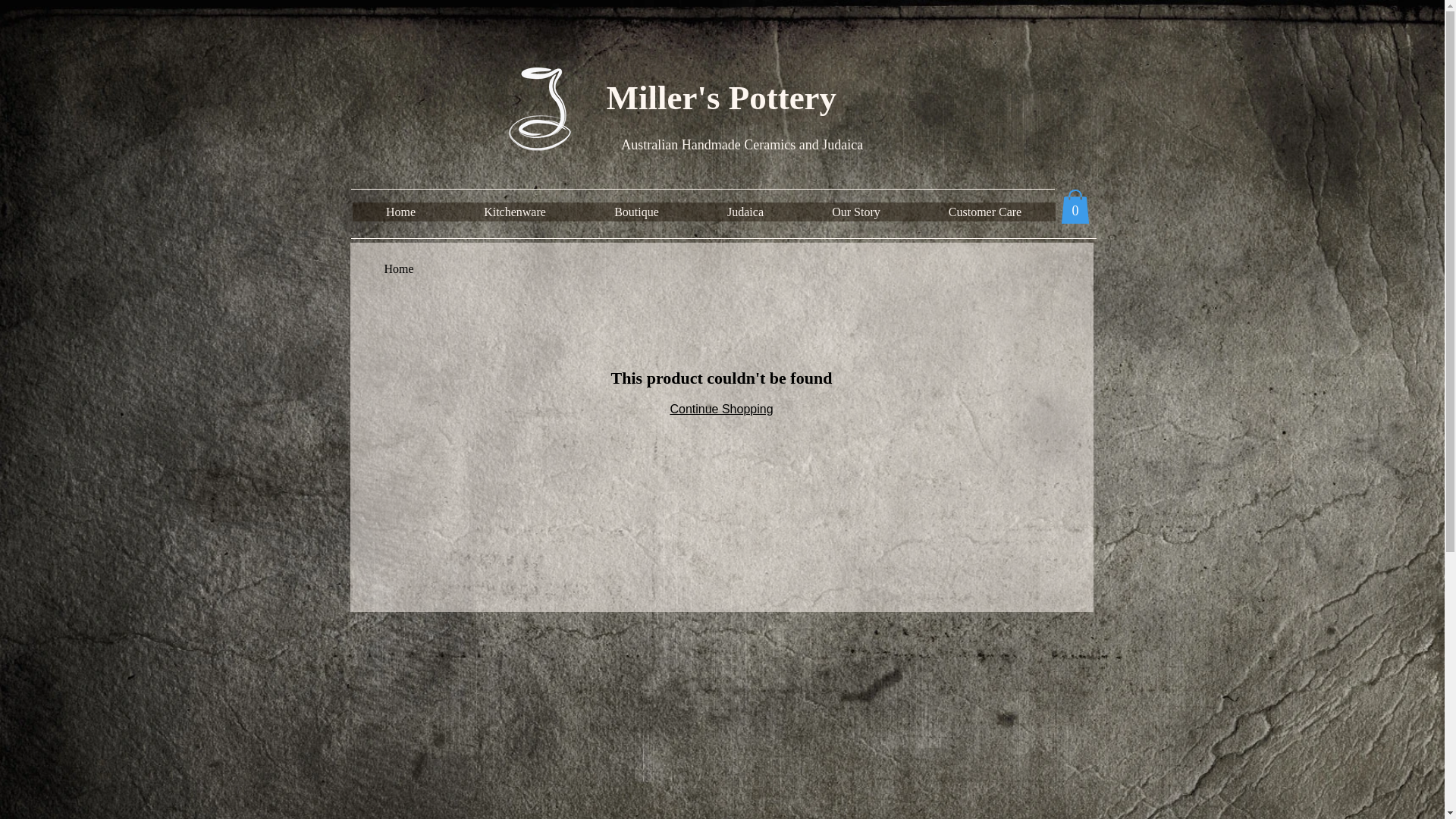  I want to click on '0', so click(1073, 206).